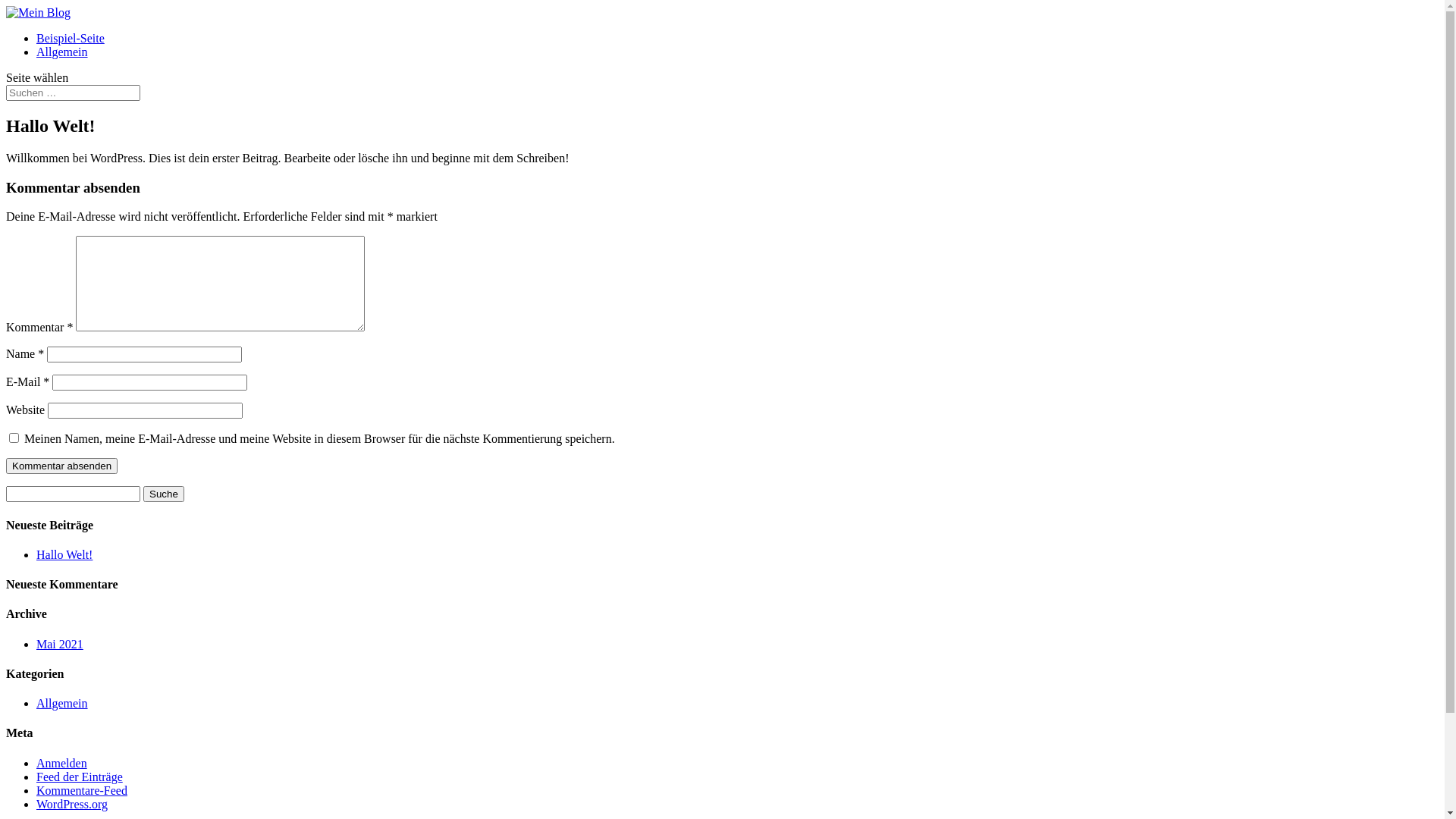  Describe the element at coordinates (71, 803) in the screenshot. I see `'WordPress.org'` at that location.